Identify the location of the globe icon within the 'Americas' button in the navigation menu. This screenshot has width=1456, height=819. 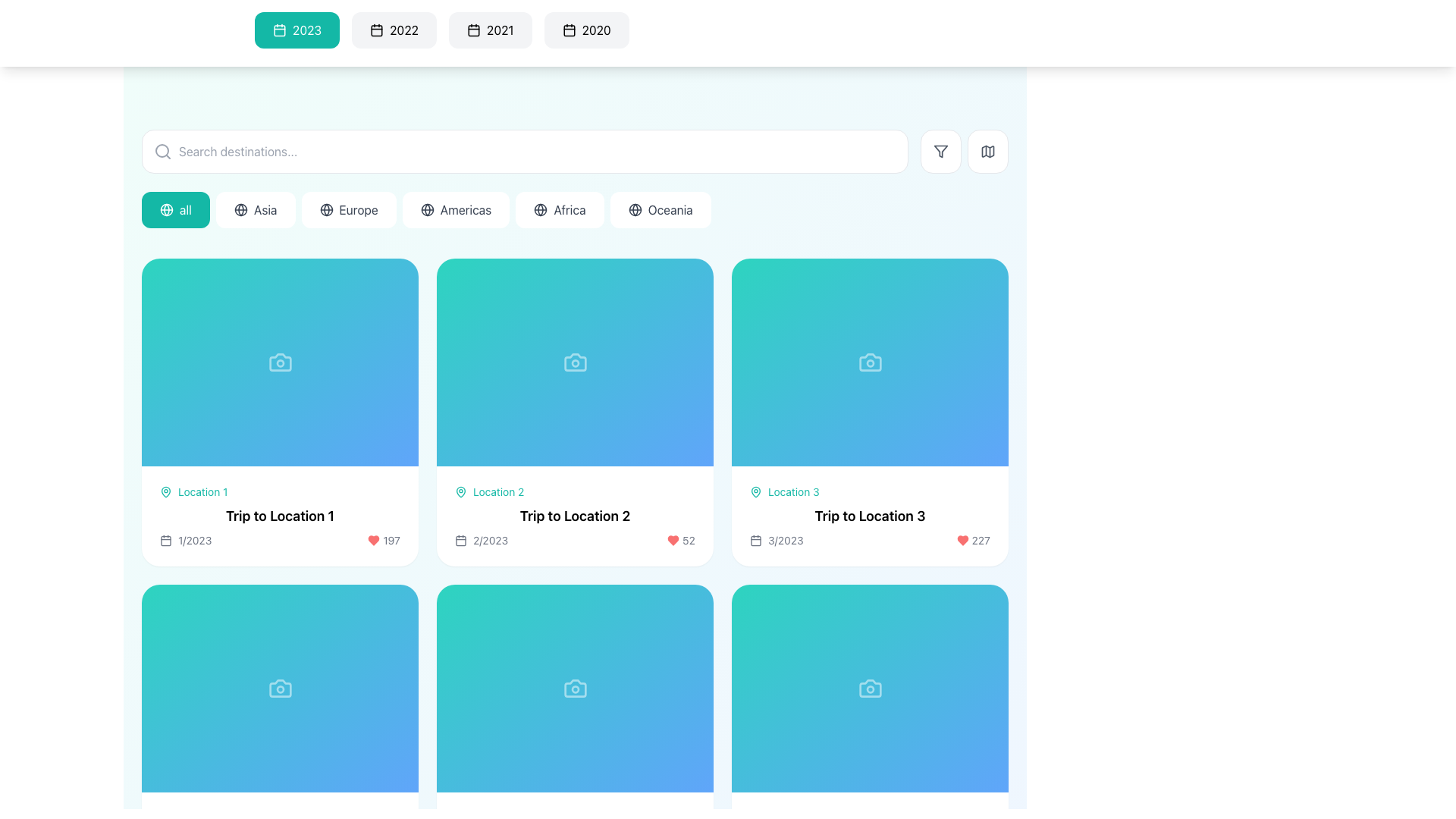
(426, 210).